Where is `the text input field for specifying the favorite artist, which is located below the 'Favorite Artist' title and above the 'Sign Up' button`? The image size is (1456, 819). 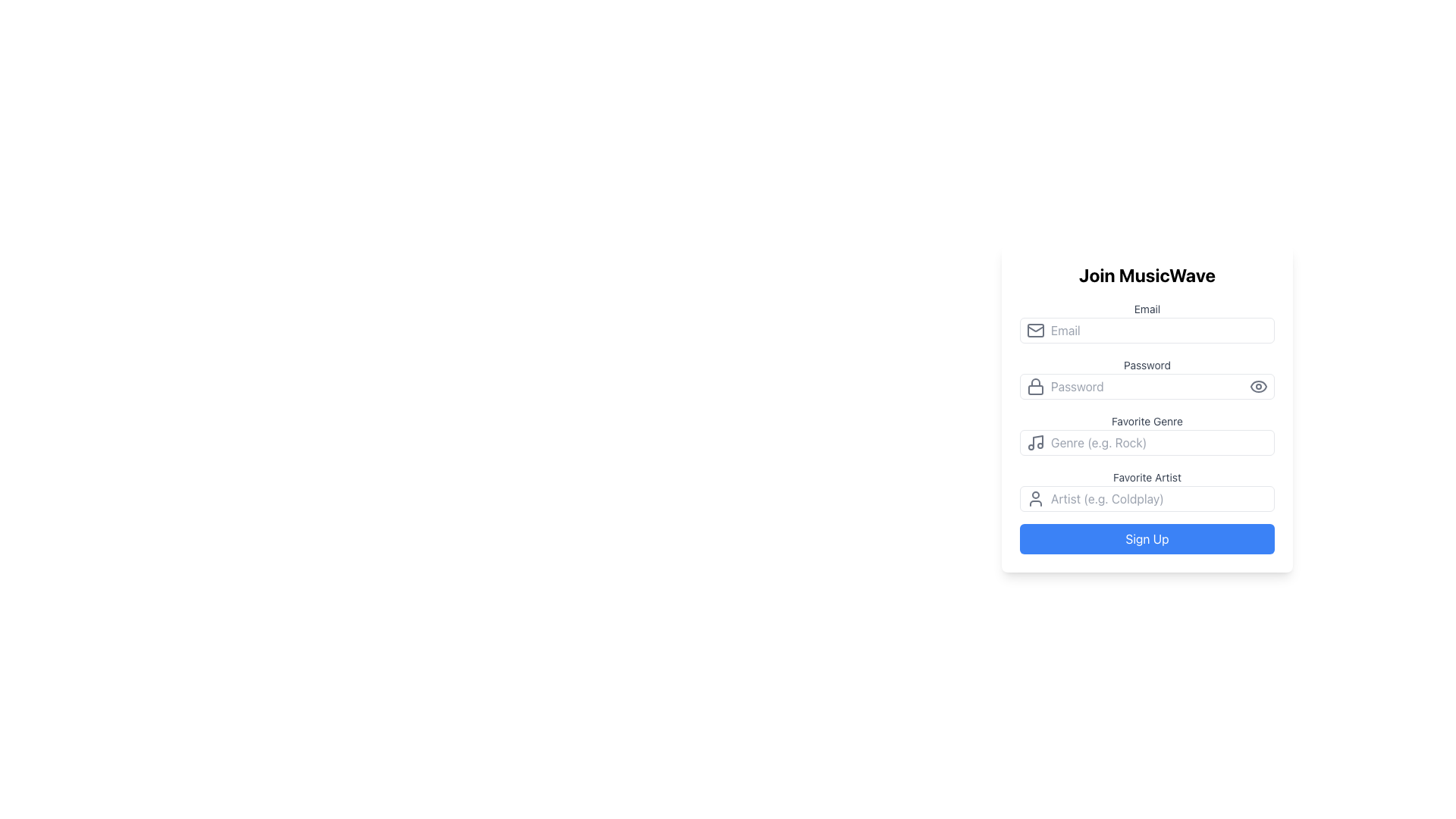 the text input field for specifying the favorite artist, which is located below the 'Favorite Artist' title and above the 'Sign Up' button is located at coordinates (1147, 499).